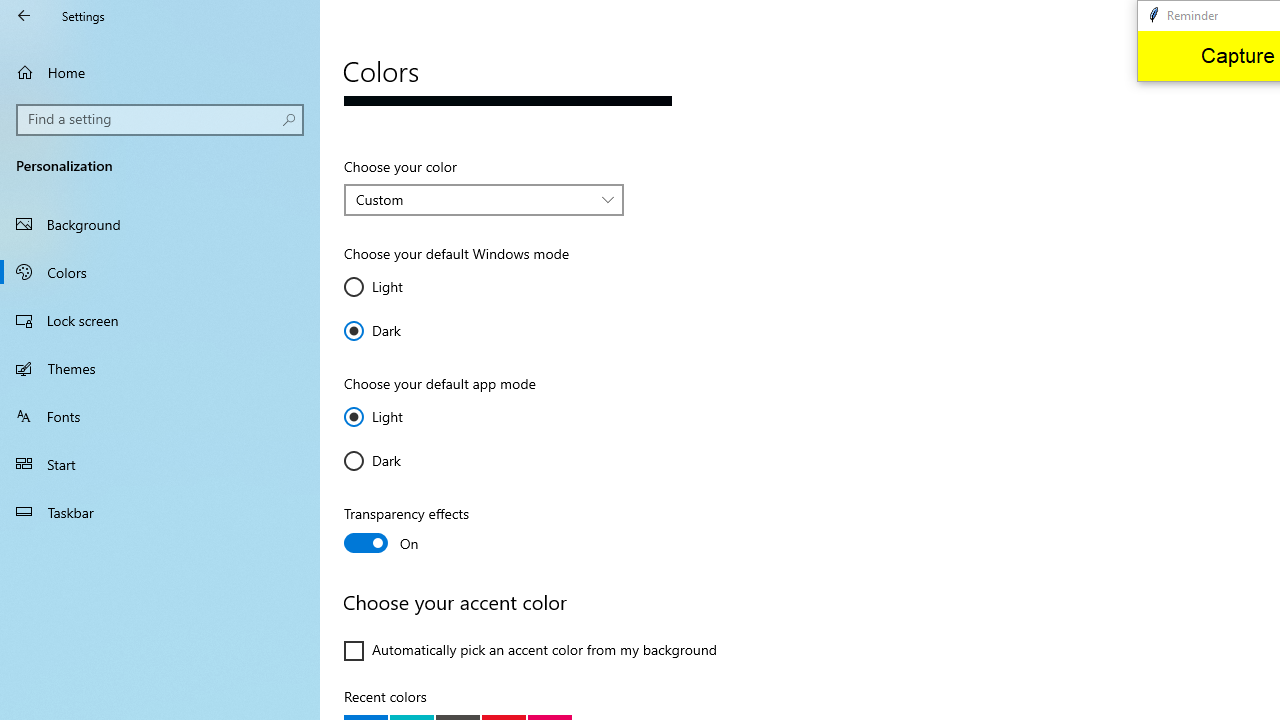 This screenshot has height=720, width=1280. What do you see at coordinates (402, 415) in the screenshot?
I see `'Light'` at bounding box center [402, 415].